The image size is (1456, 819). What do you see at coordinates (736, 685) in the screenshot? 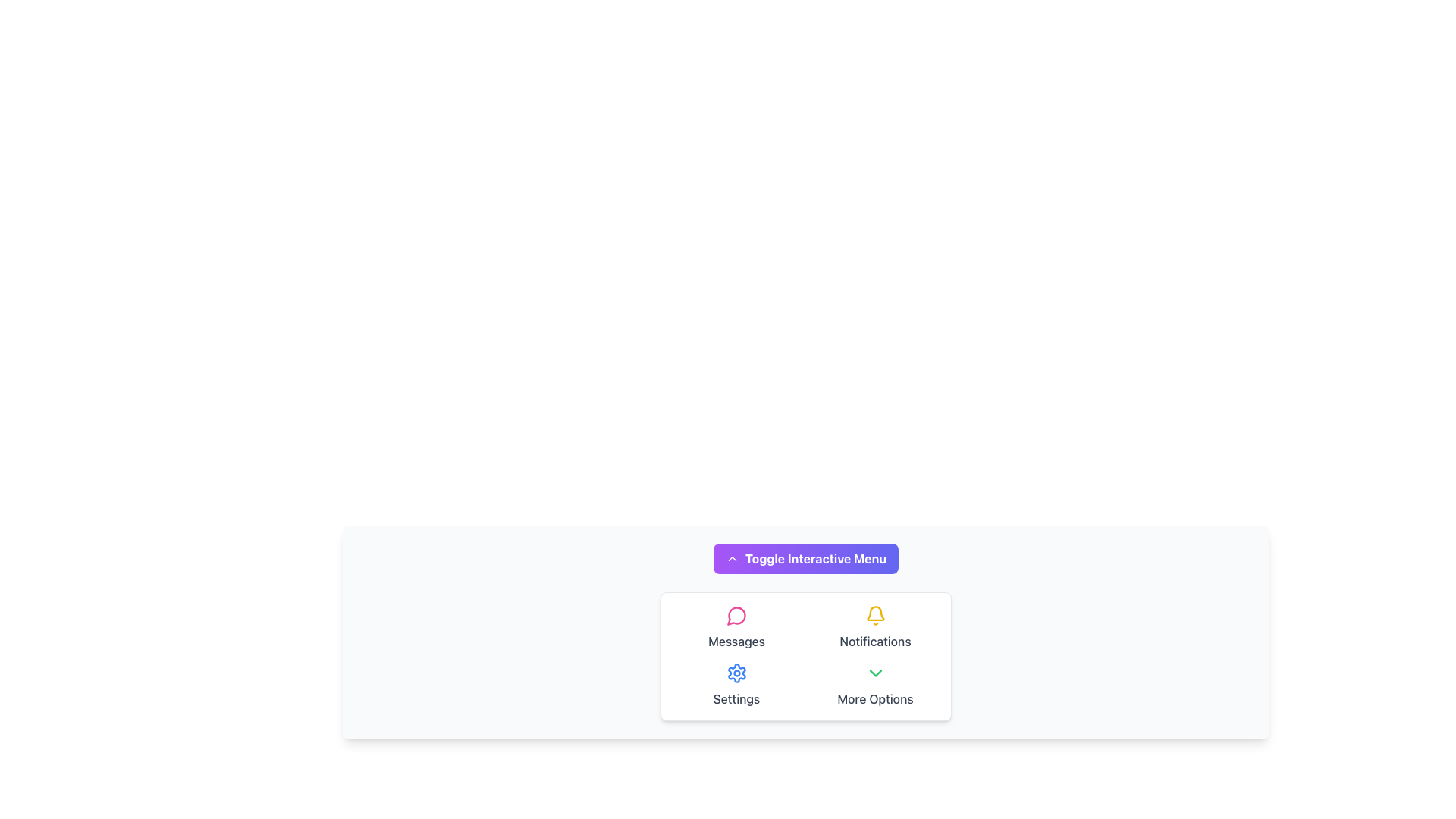
I see `the 'Settings' button, which features a blue gear icon above the label, located in the bottom-left of the grid layout` at bounding box center [736, 685].